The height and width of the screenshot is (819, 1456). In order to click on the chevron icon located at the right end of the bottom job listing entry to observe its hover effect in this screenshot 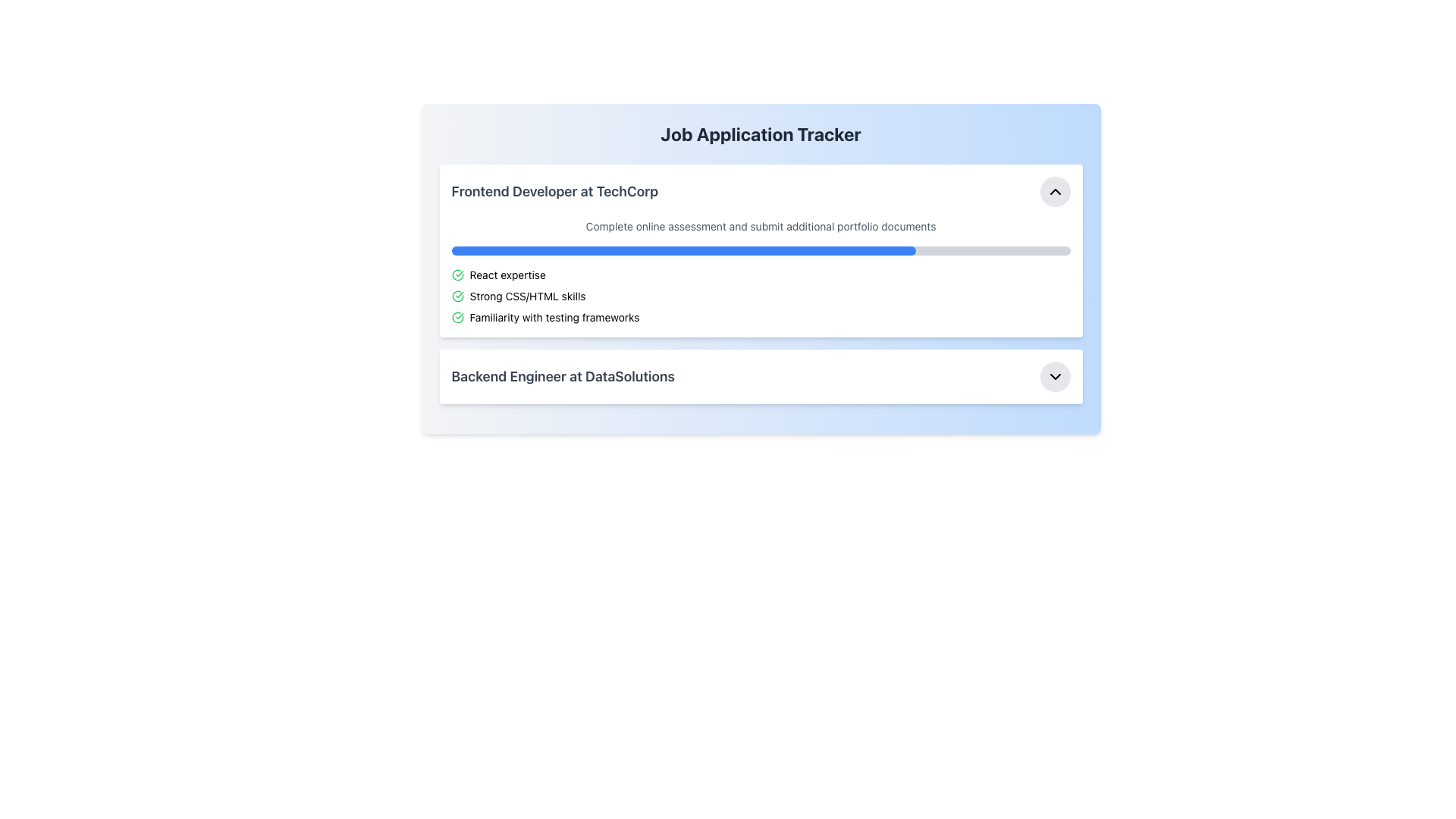, I will do `click(1054, 376)`.